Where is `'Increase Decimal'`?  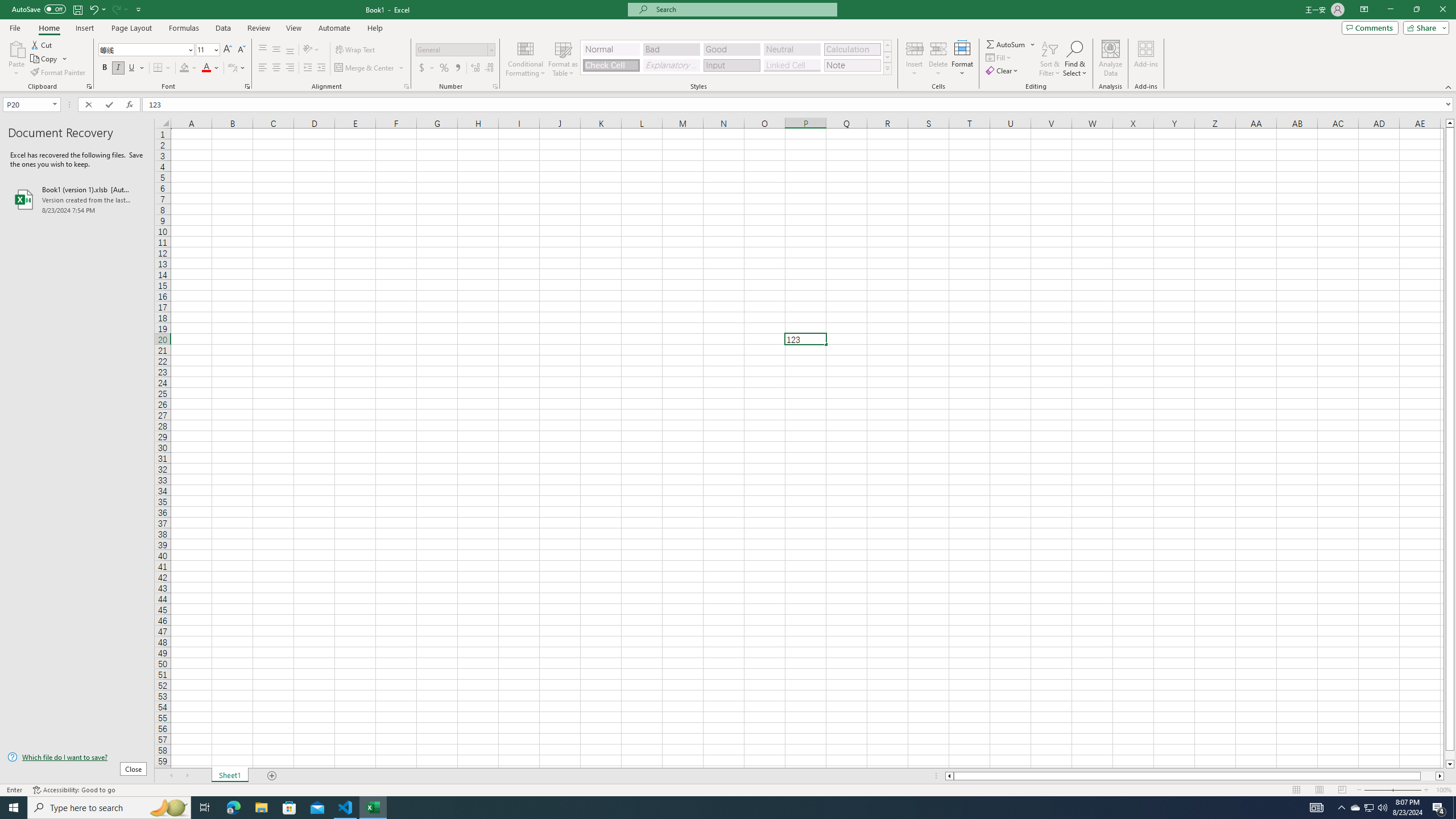
'Increase Decimal' is located at coordinates (475, 67).